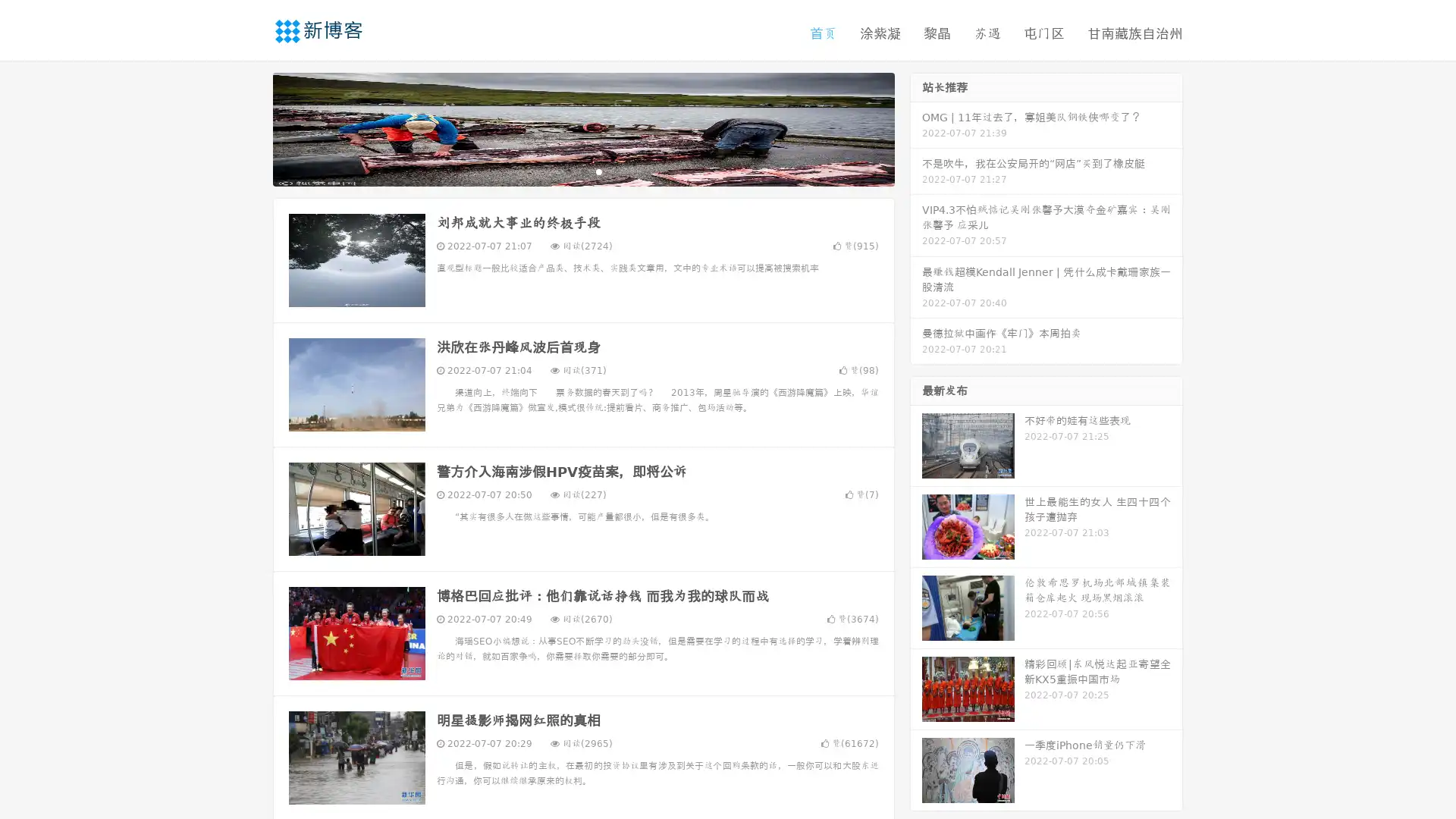 The width and height of the screenshot is (1456, 819). I want to click on Go to slide 2, so click(582, 171).